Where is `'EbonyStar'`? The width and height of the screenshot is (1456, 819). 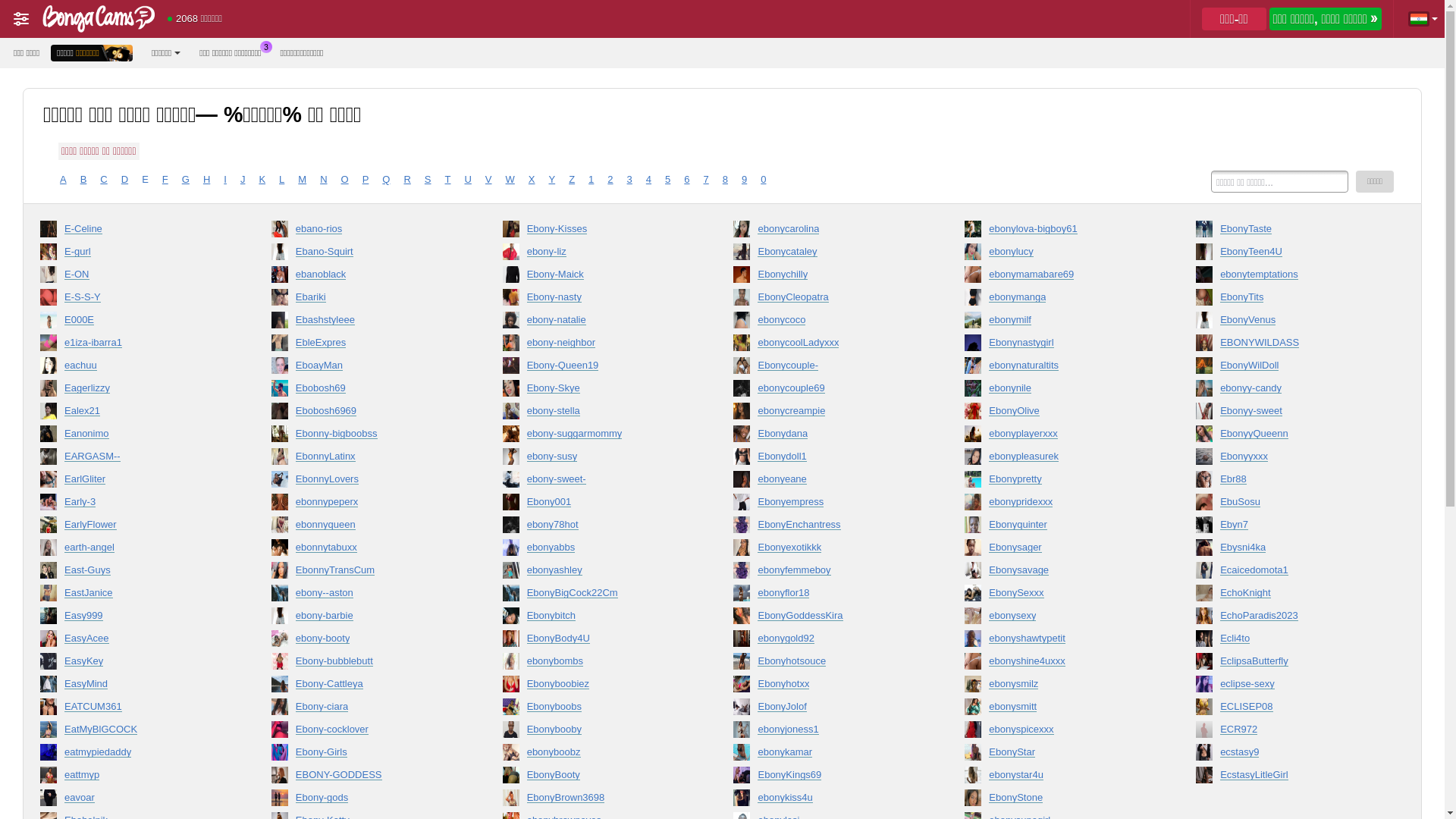 'EbonyStar' is located at coordinates (1058, 755).